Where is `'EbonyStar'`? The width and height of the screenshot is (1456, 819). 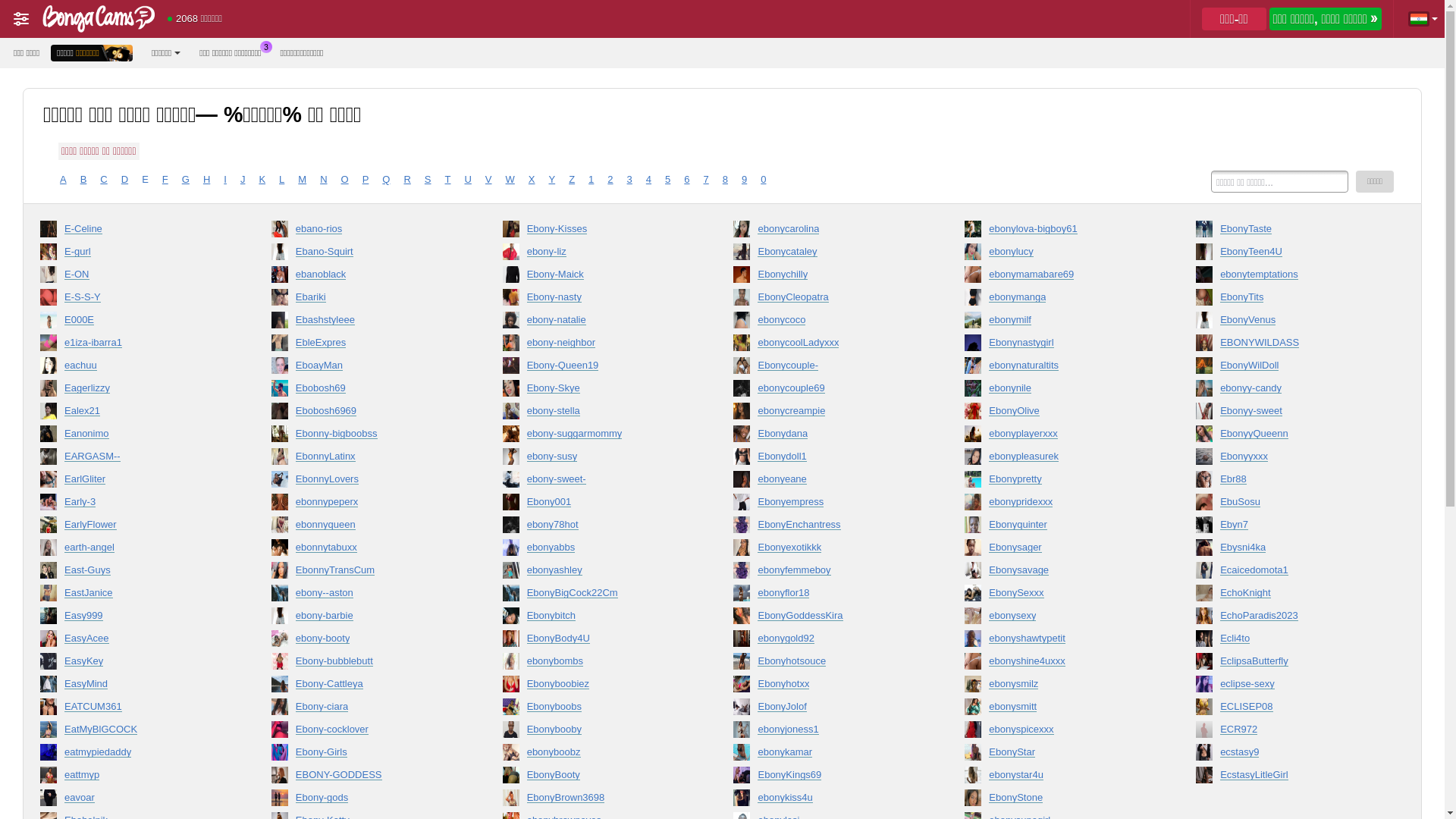 'EbonyStar' is located at coordinates (1058, 755).